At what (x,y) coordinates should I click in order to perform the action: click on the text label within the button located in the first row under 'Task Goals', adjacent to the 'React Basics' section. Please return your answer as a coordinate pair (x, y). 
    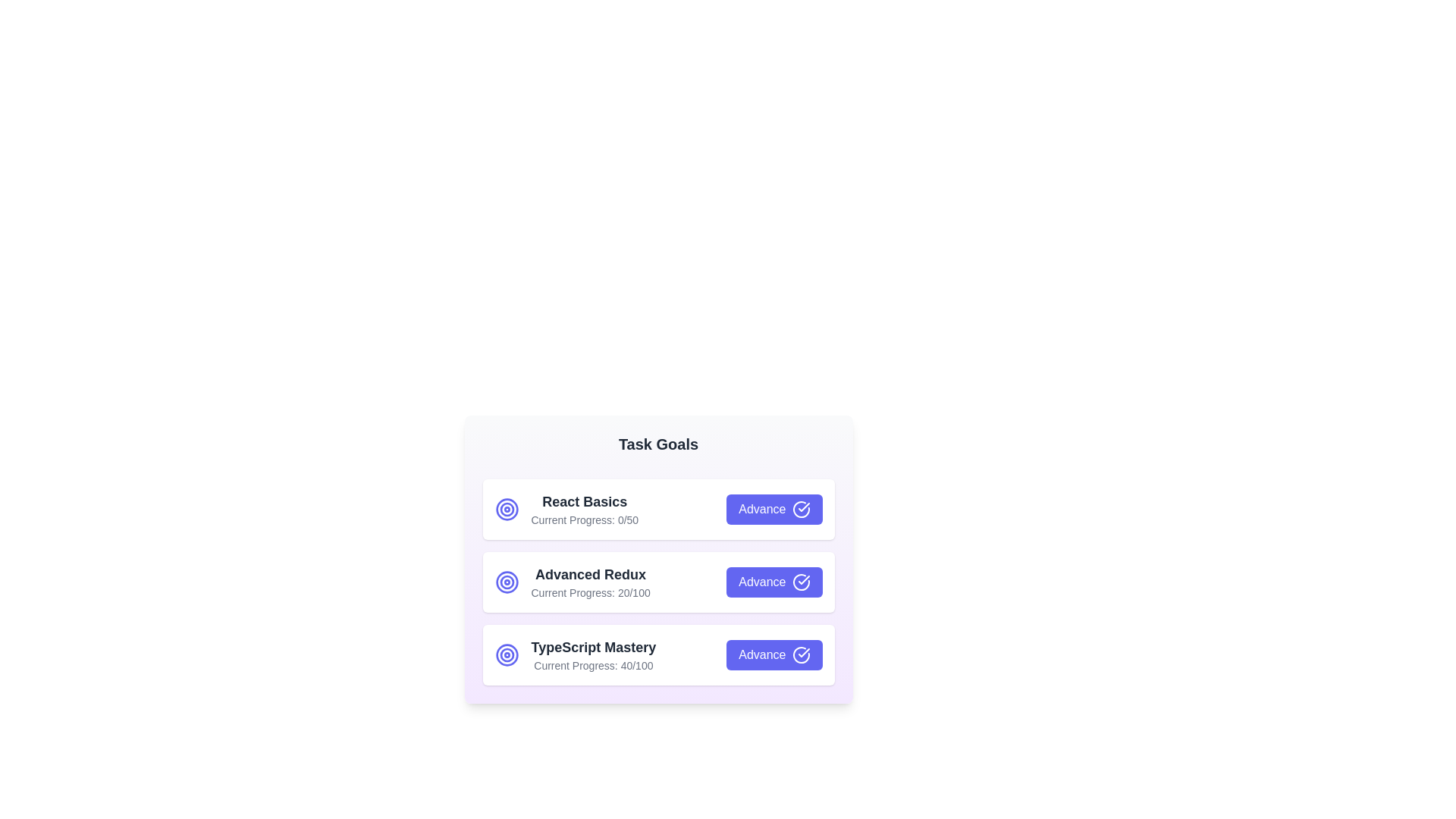
    Looking at the image, I should click on (762, 509).